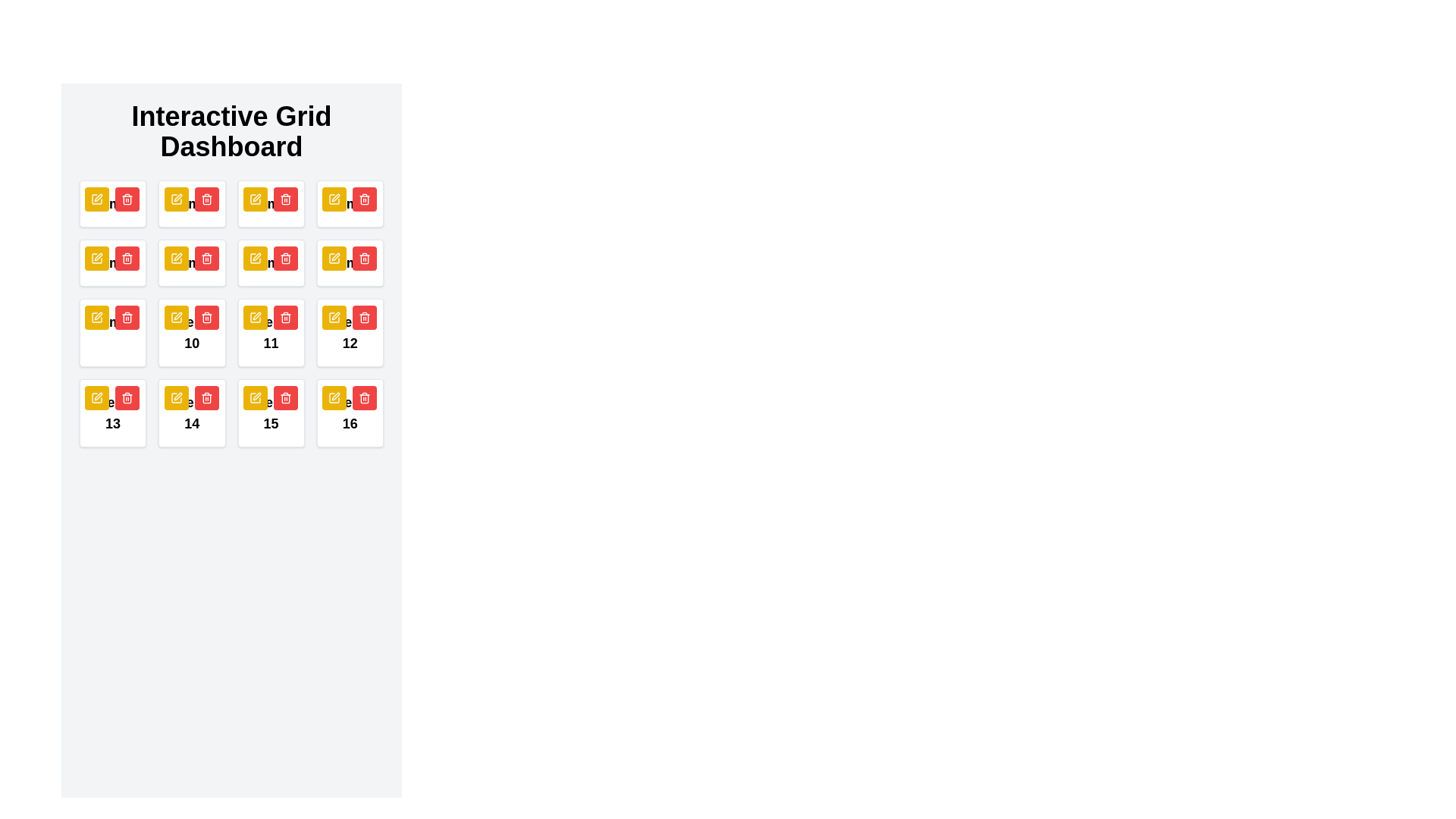 The width and height of the screenshot is (1456, 819). Describe the element at coordinates (231, 130) in the screenshot. I see `the header text label that serves as the title for the grid dashboard, positioned at the top center of the interface` at that location.